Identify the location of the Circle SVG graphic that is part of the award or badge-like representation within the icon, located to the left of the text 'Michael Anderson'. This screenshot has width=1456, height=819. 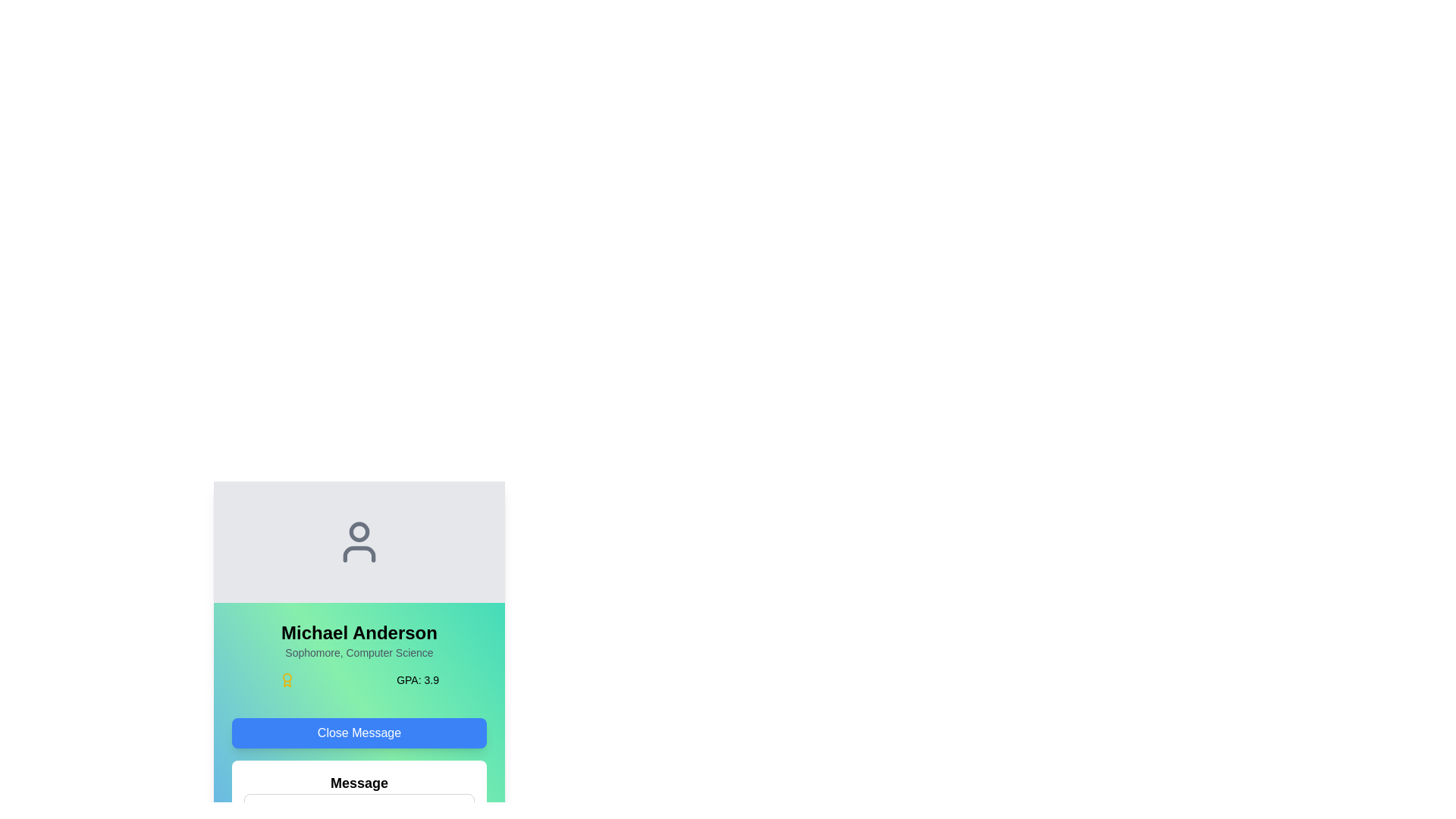
(287, 676).